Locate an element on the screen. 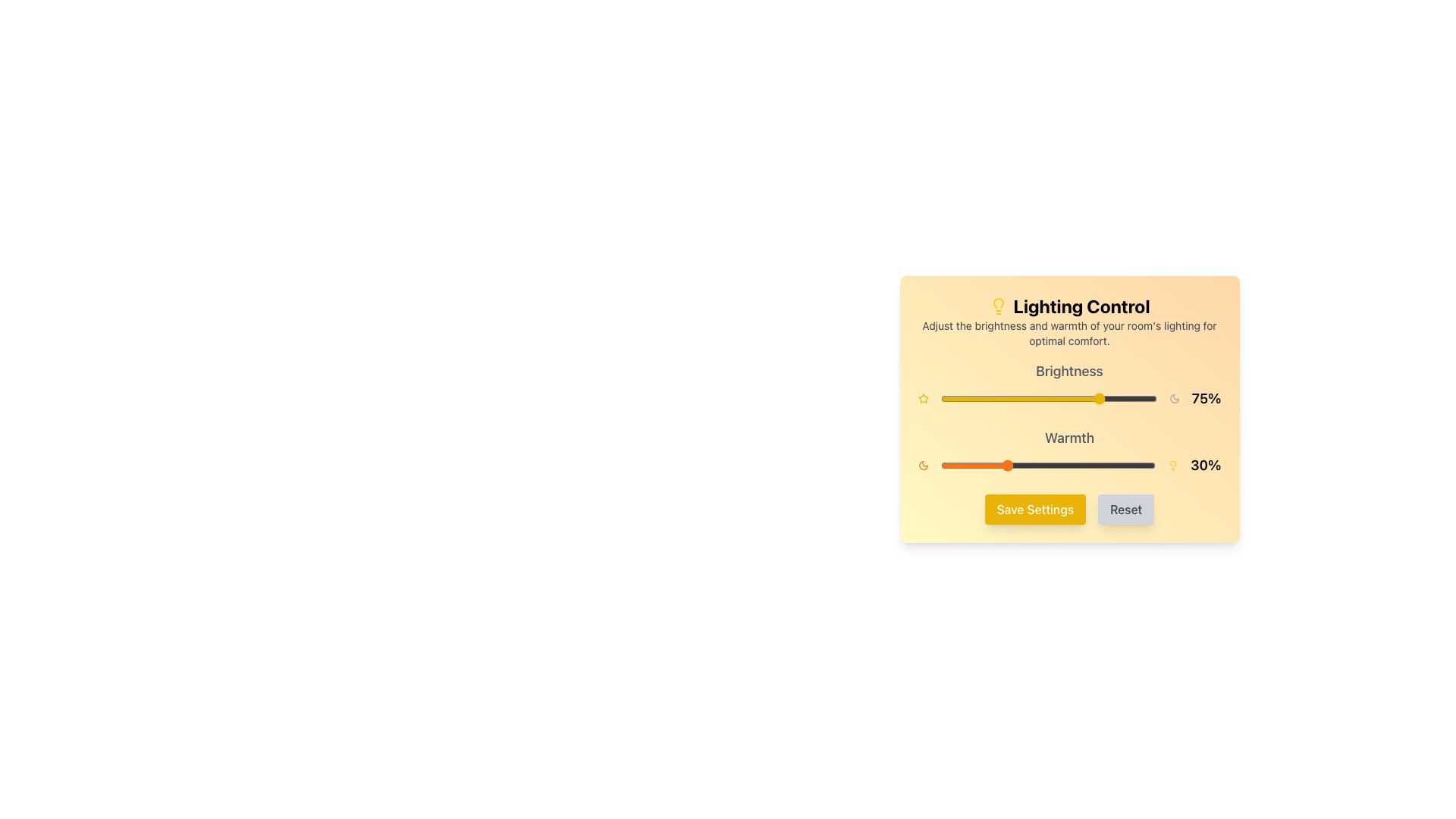 The width and height of the screenshot is (1456, 819). warmth is located at coordinates (981, 464).